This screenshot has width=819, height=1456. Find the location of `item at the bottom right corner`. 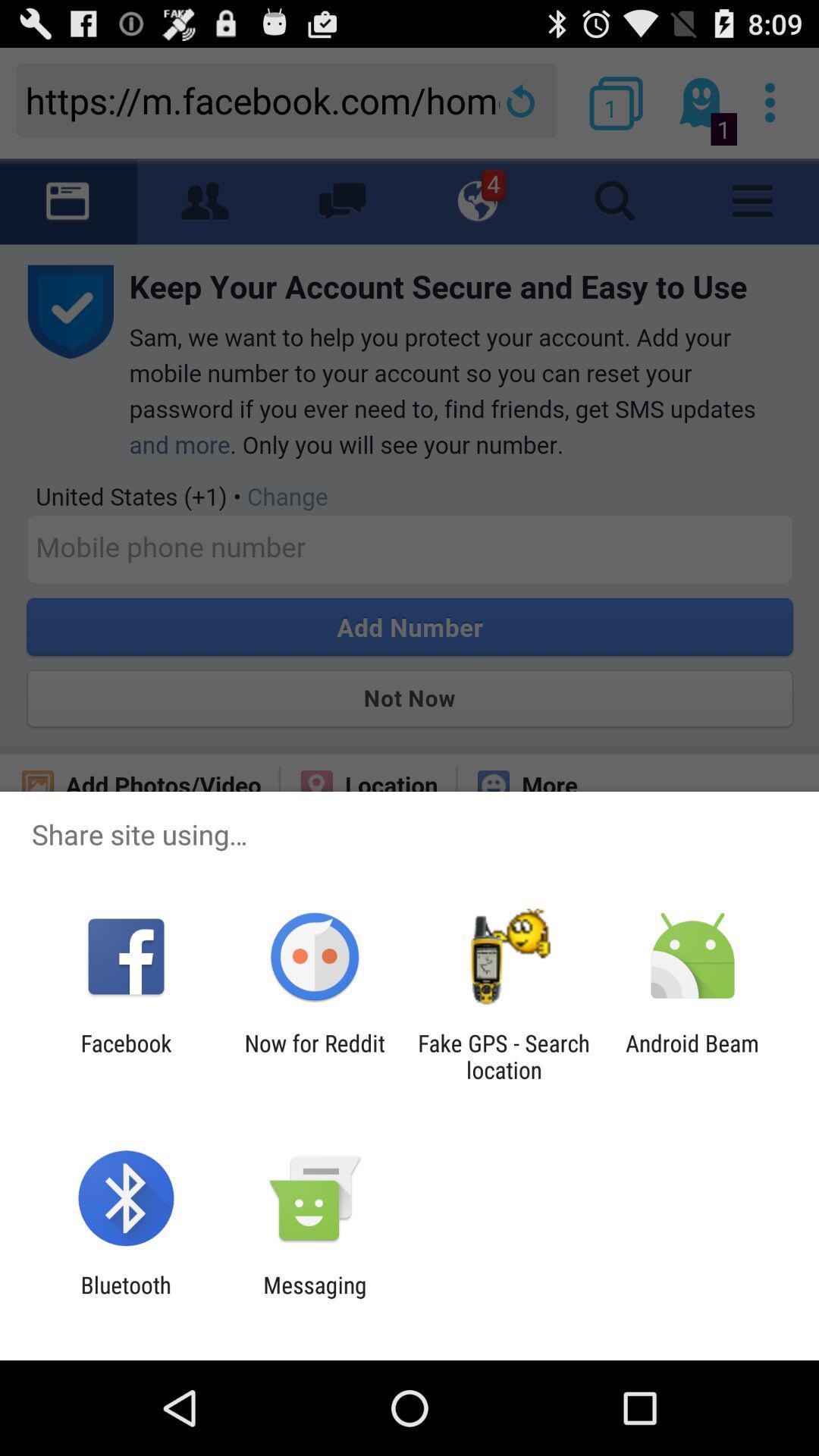

item at the bottom right corner is located at coordinates (692, 1056).